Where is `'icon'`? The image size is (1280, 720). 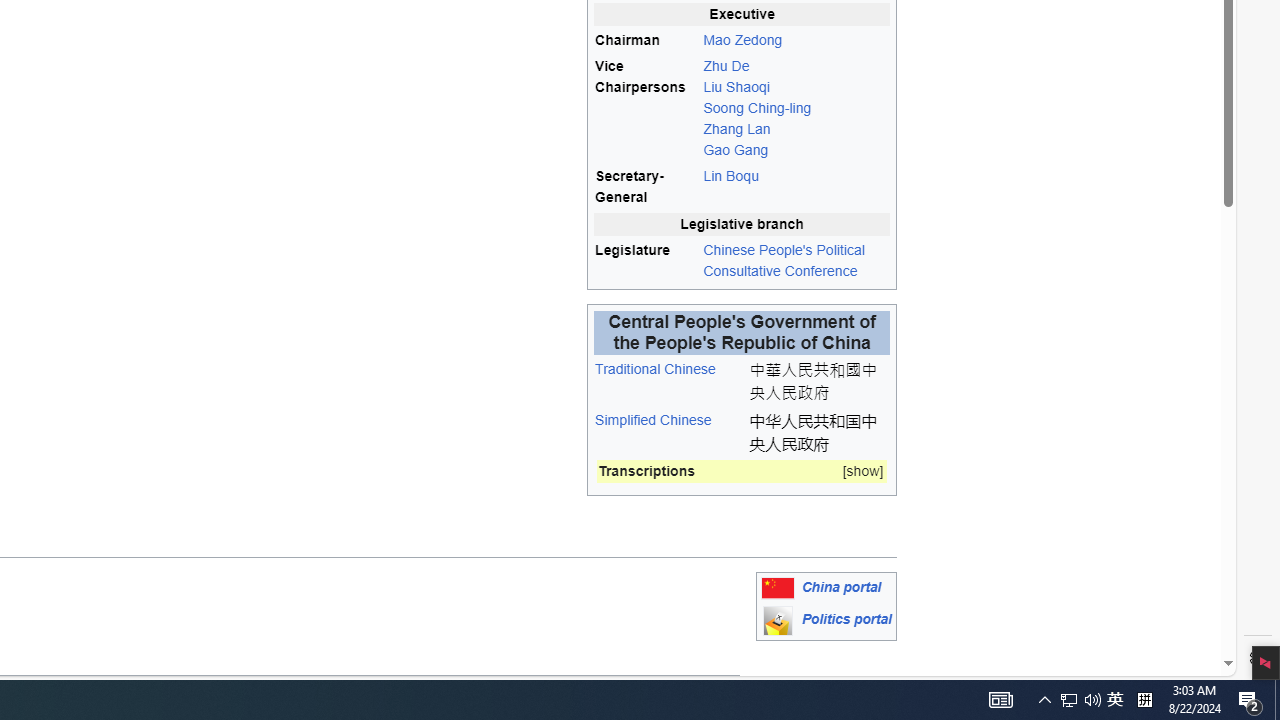 'icon' is located at coordinates (776, 619).